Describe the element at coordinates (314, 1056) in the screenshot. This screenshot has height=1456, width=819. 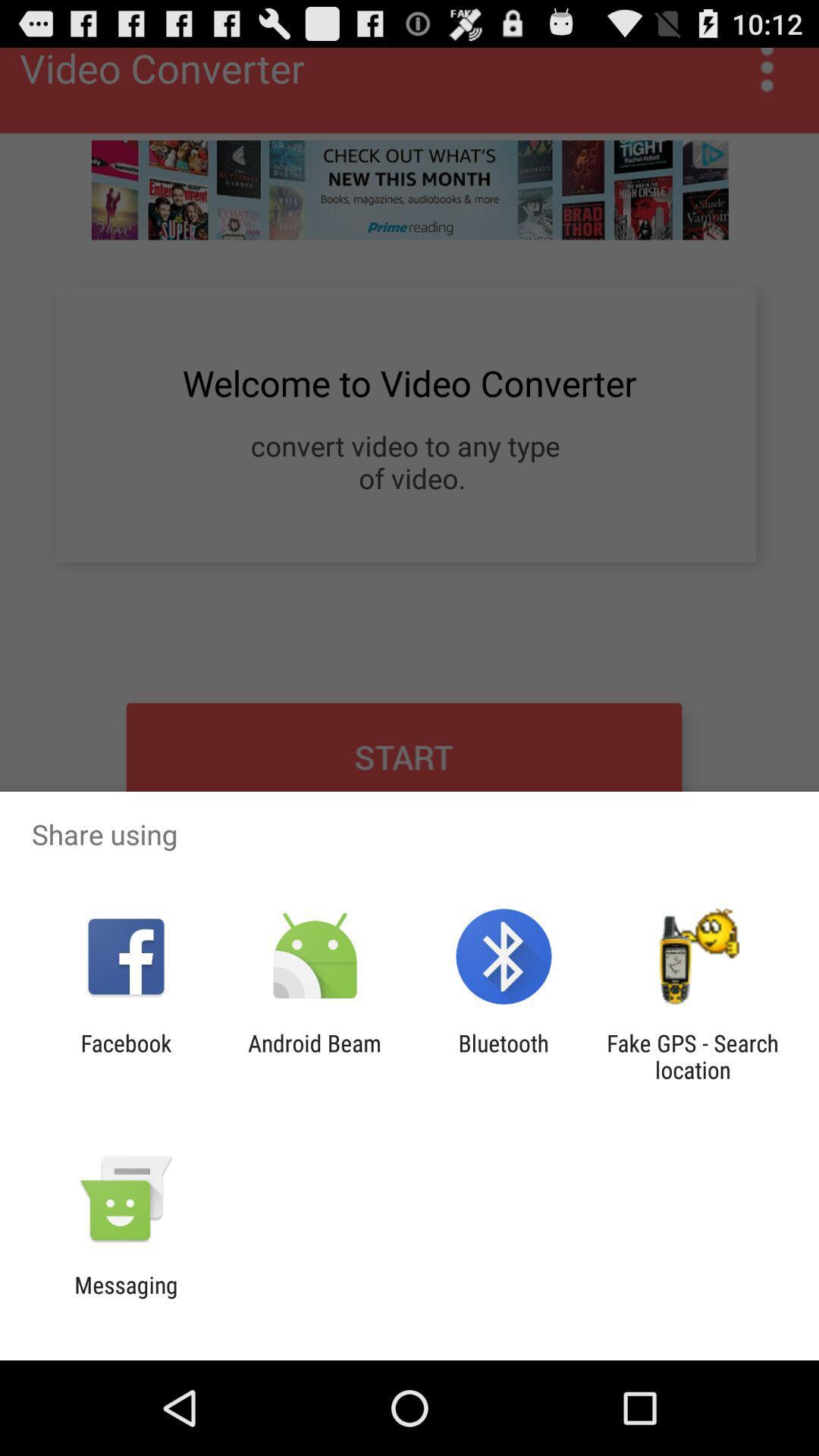
I see `icon to the left of the bluetooth item` at that location.